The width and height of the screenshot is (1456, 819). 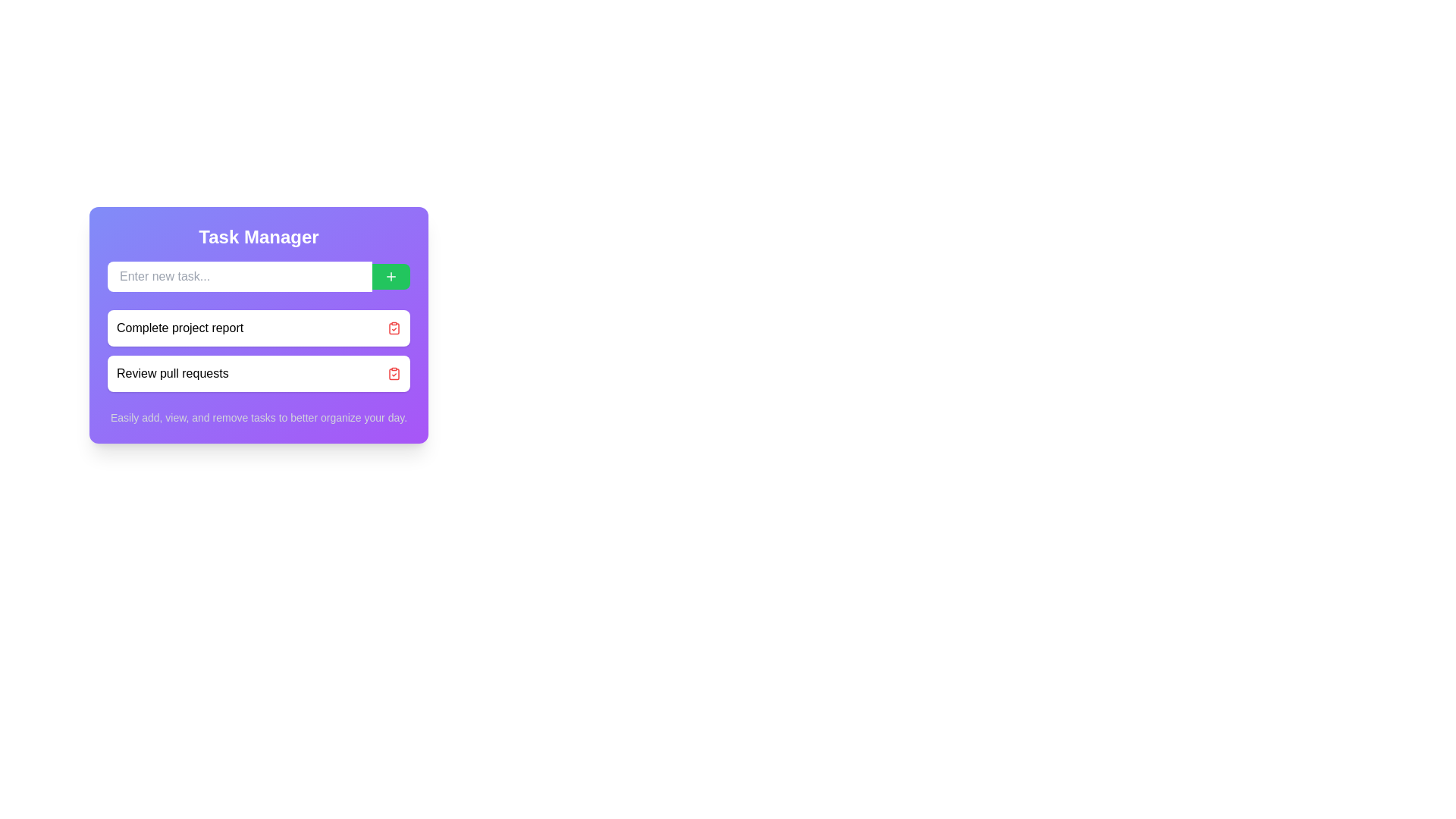 I want to click on the small rectangular button with a green background and a white plus symbol, located on the right side of the input field labeled 'Enter new task...', so click(x=391, y=277).